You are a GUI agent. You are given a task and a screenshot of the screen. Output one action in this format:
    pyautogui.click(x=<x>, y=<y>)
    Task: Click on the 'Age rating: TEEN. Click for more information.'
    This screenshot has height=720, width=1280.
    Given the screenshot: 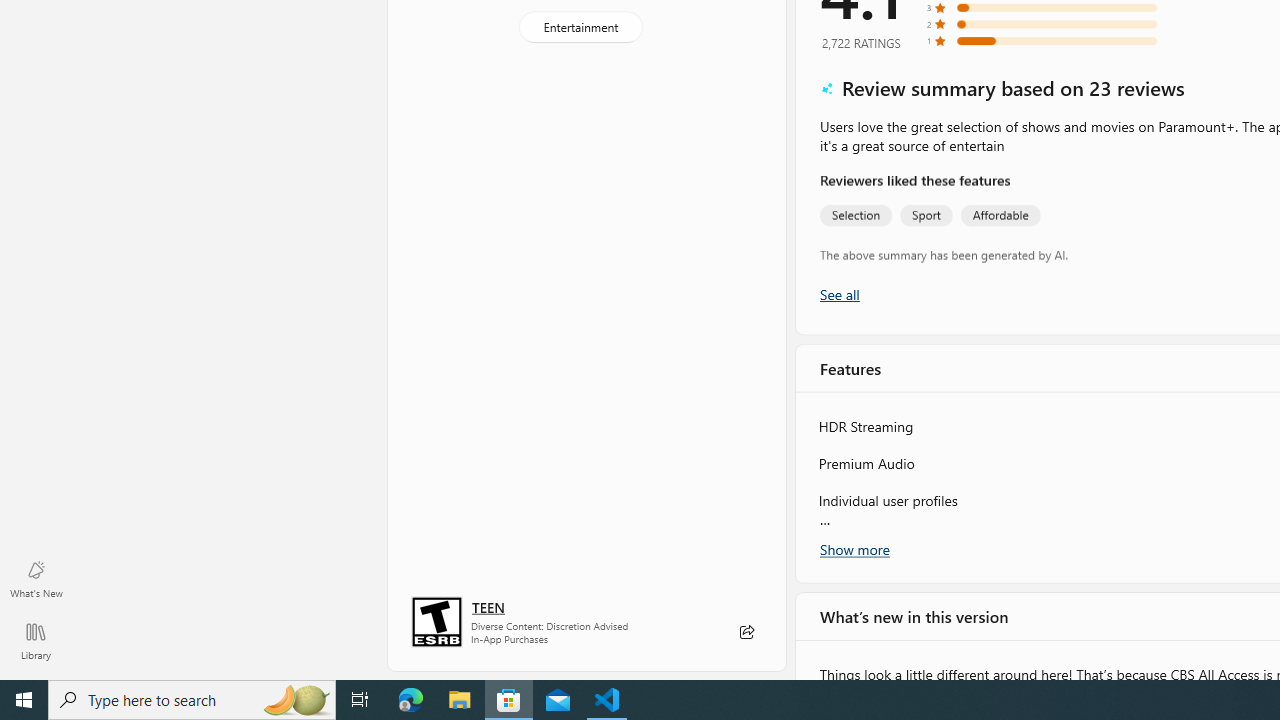 What is the action you would take?
    pyautogui.click(x=488, y=605)
    